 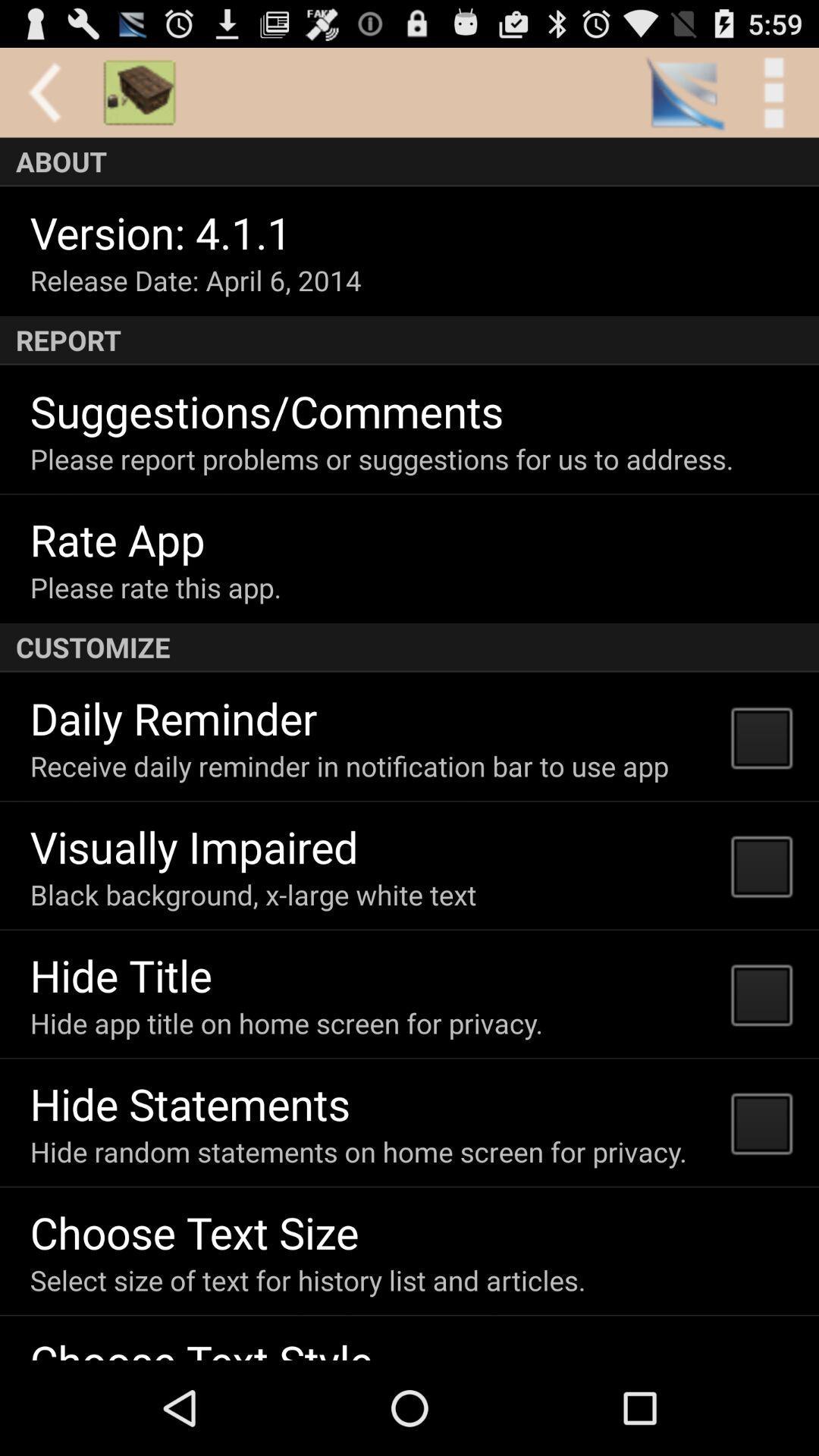 What do you see at coordinates (266, 410) in the screenshot?
I see `suggestions/comments icon` at bounding box center [266, 410].